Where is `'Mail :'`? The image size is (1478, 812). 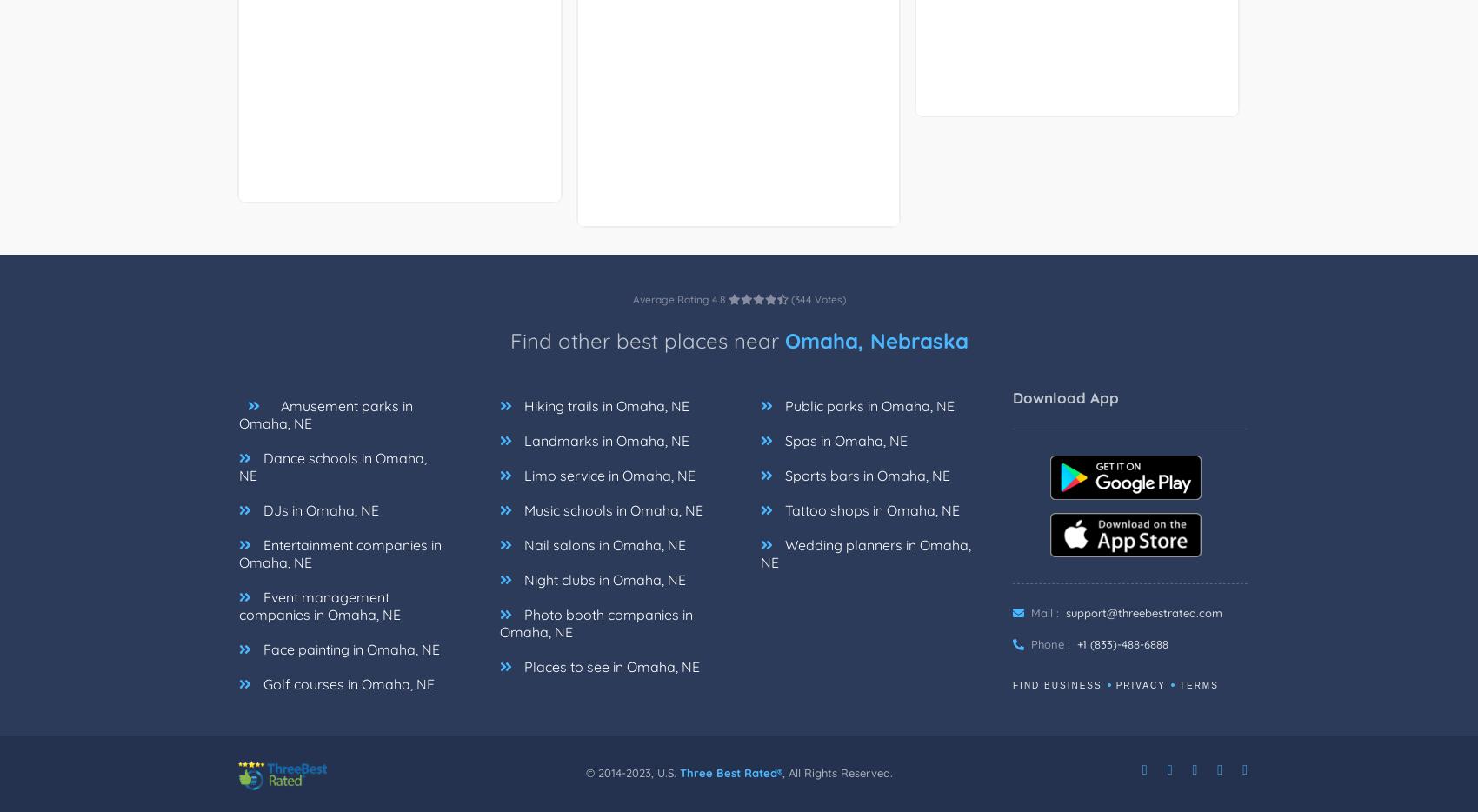 'Mail :' is located at coordinates (1042, 612).